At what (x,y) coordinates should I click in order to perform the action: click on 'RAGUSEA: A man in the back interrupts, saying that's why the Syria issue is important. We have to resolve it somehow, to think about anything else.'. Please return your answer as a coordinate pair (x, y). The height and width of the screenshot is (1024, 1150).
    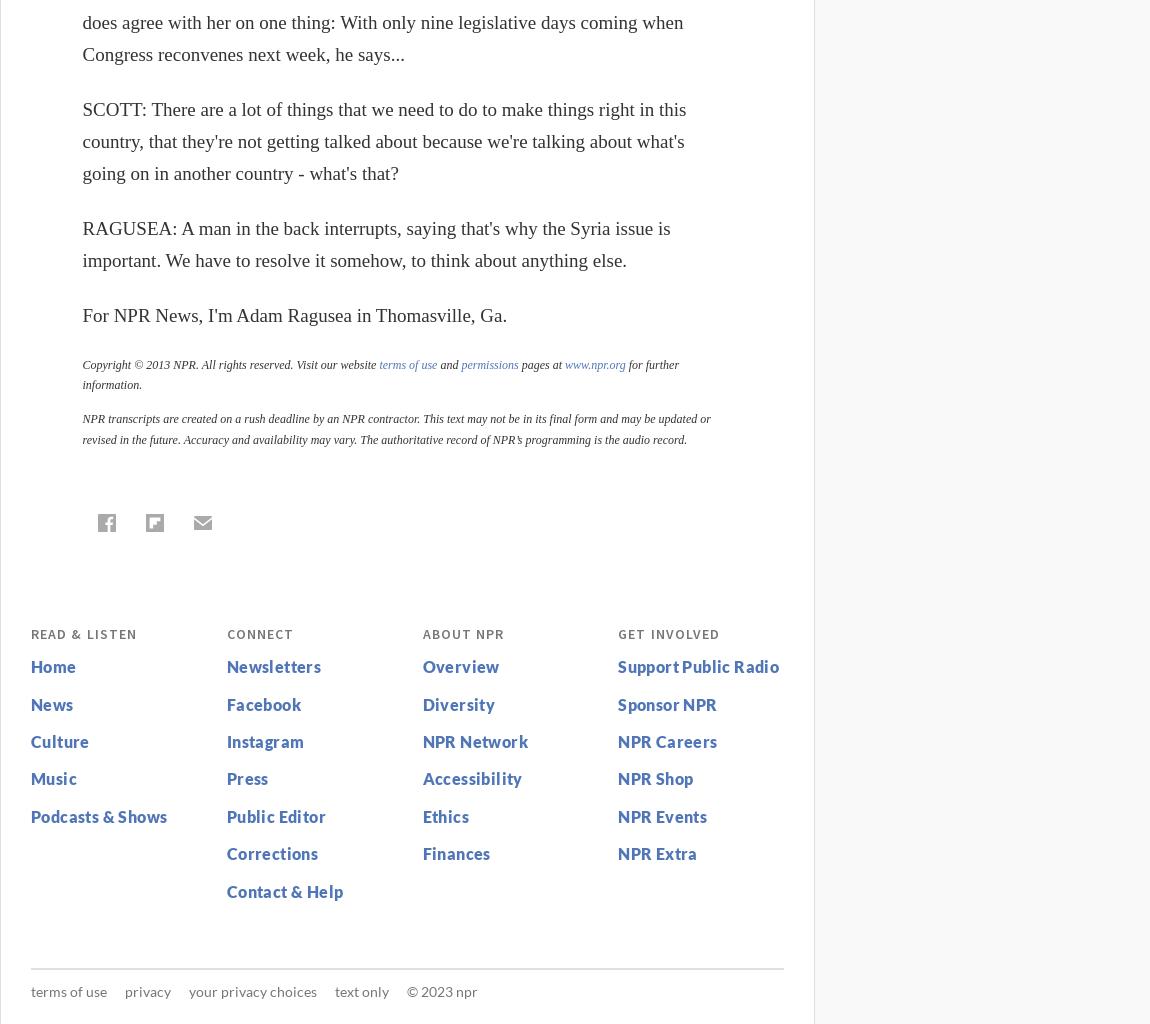
    Looking at the image, I should click on (376, 243).